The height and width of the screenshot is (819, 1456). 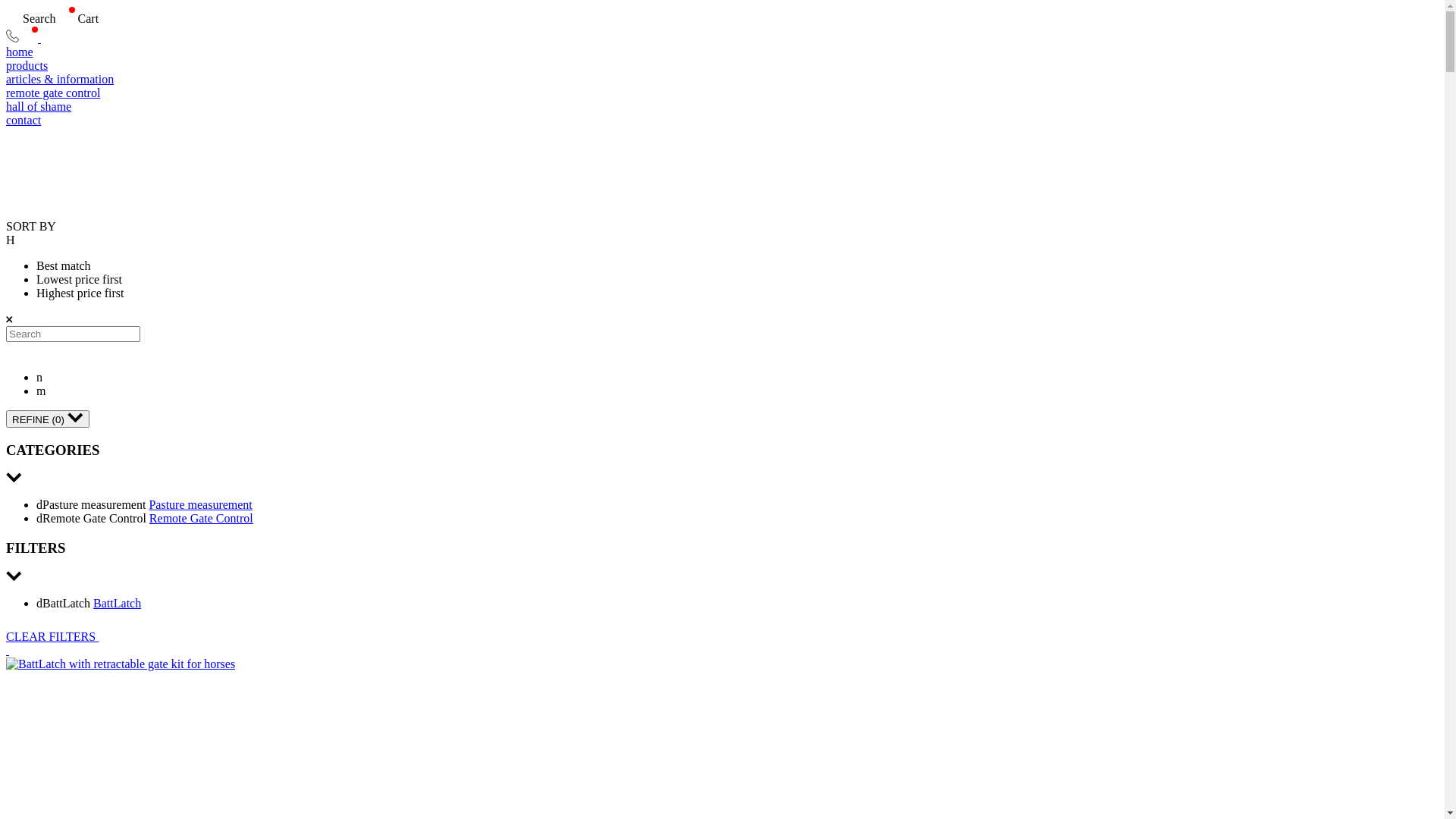 I want to click on 'remote gate control', so click(x=721, y=93).